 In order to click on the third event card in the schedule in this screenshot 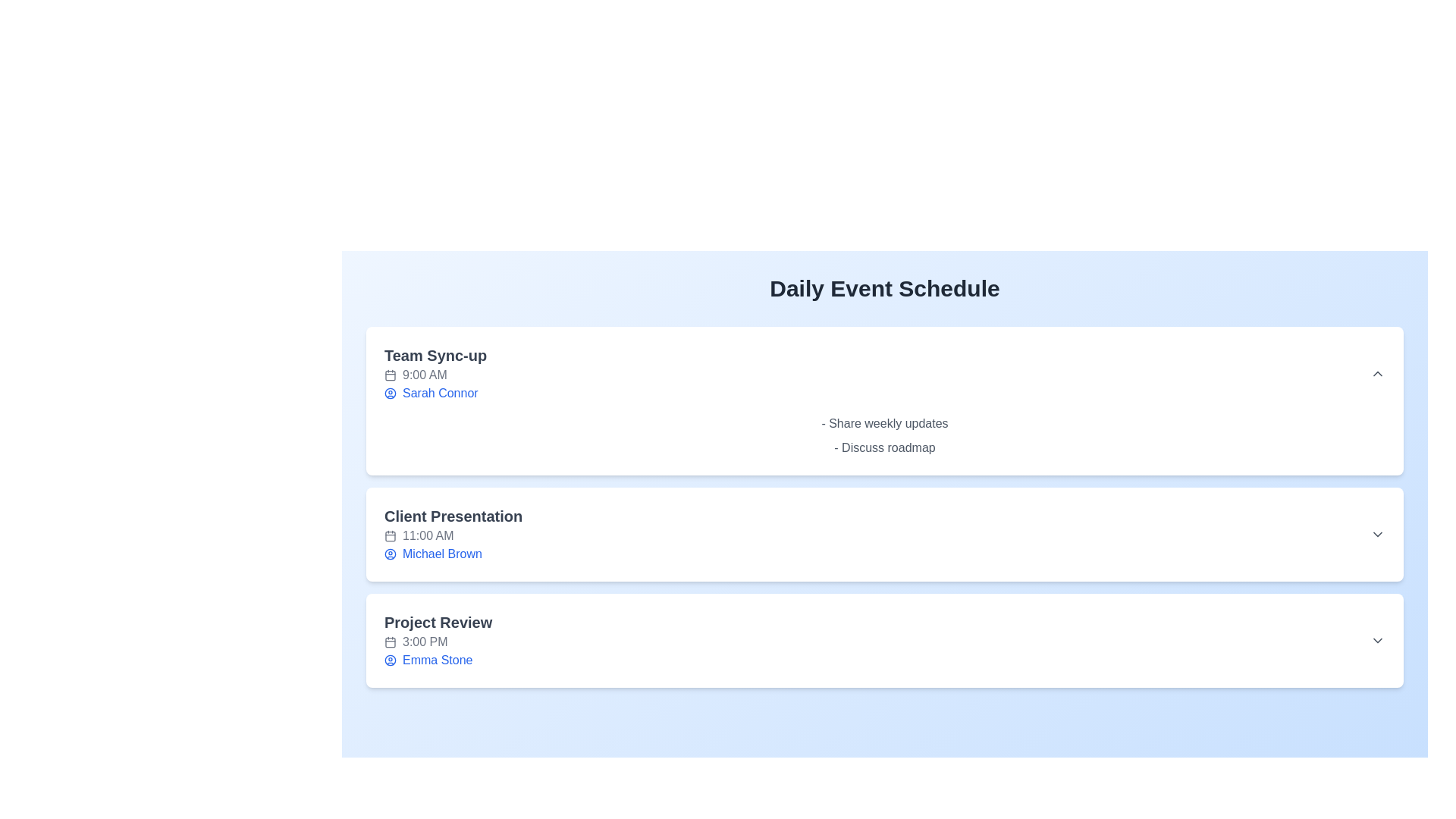, I will do `click(884, 640)`.